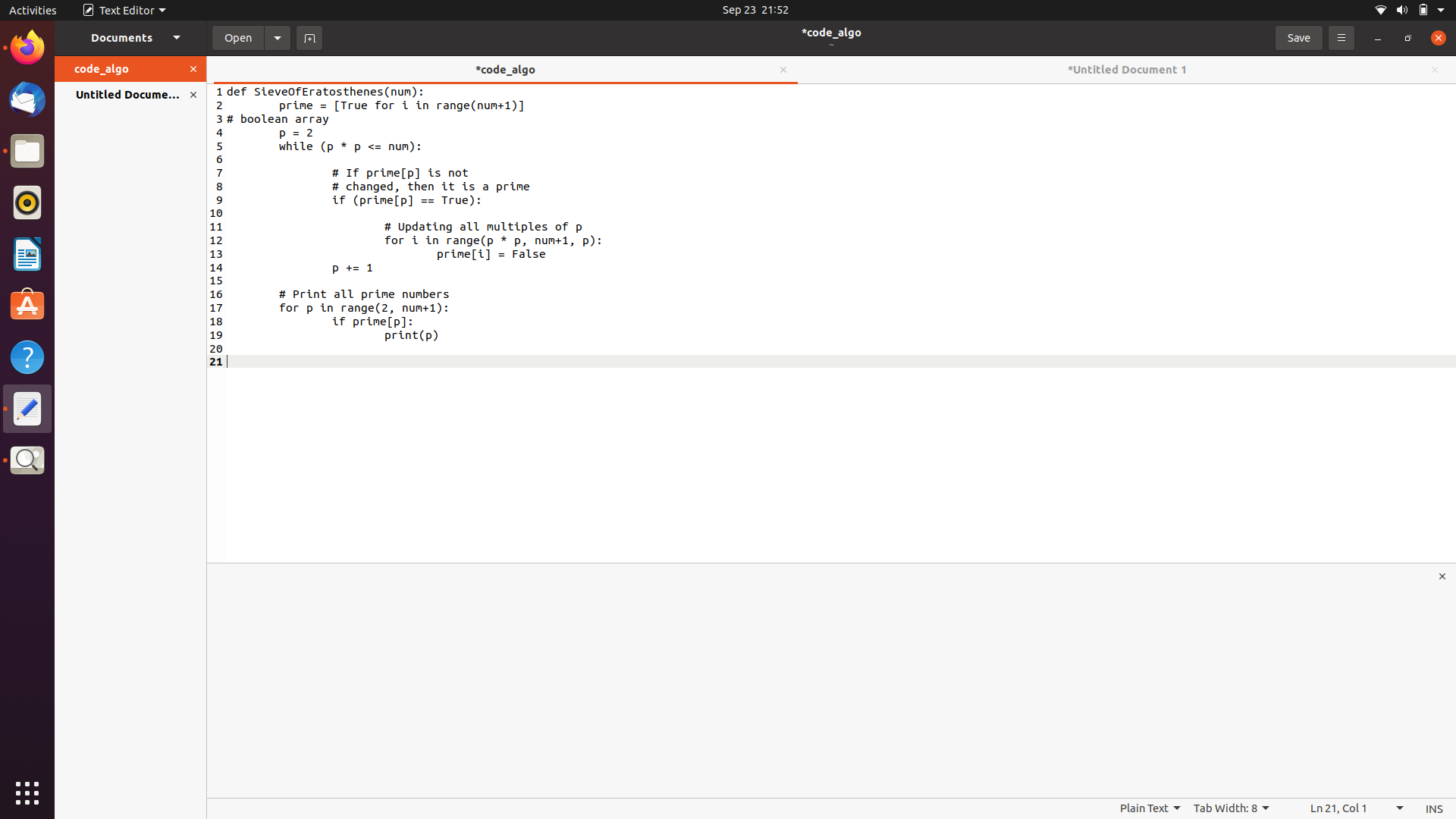  I want to click on End the unnamed file"s tab using the tab bar, so click(1432, 69).